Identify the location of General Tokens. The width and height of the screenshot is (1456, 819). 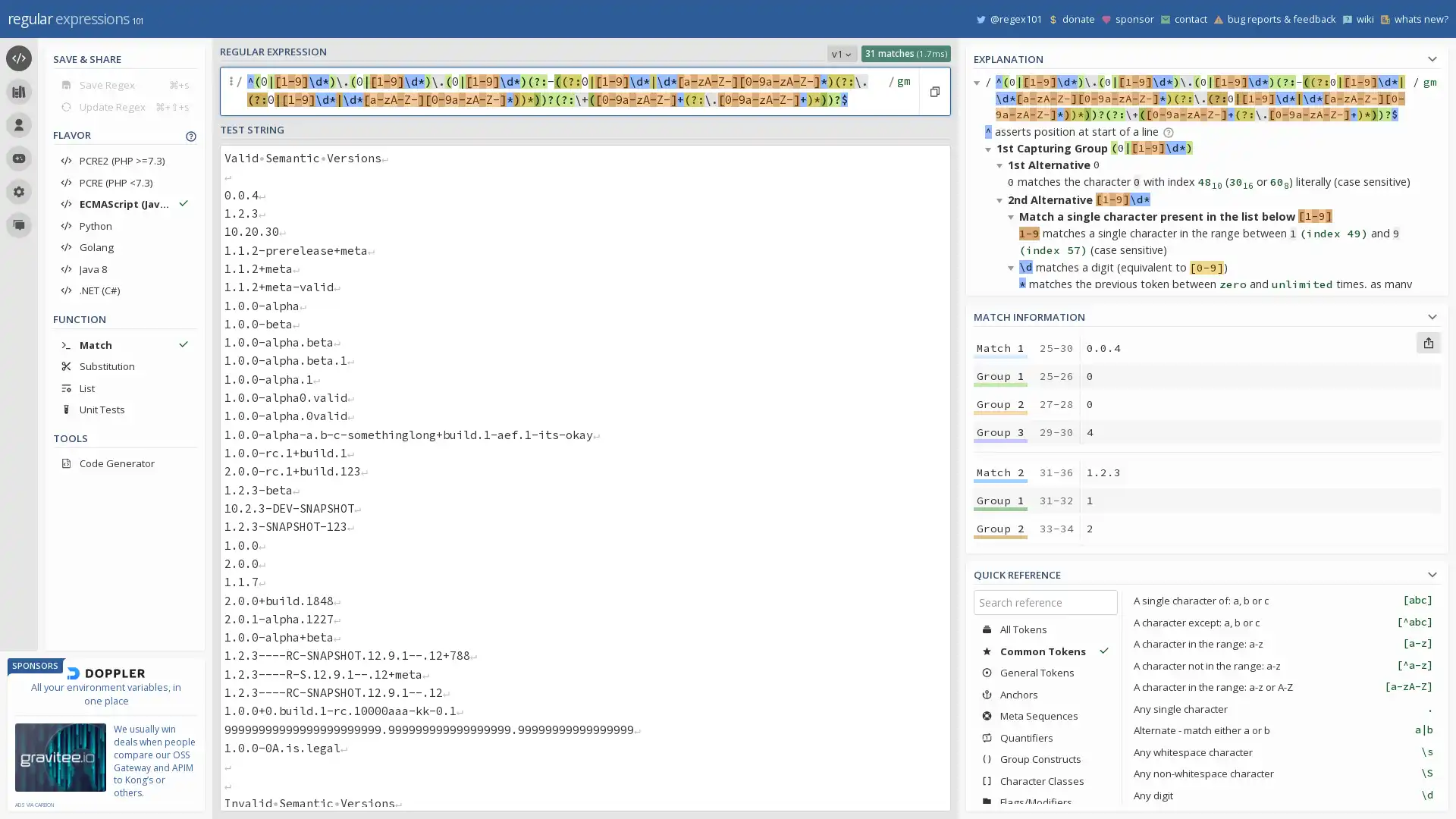
(1044, 672).